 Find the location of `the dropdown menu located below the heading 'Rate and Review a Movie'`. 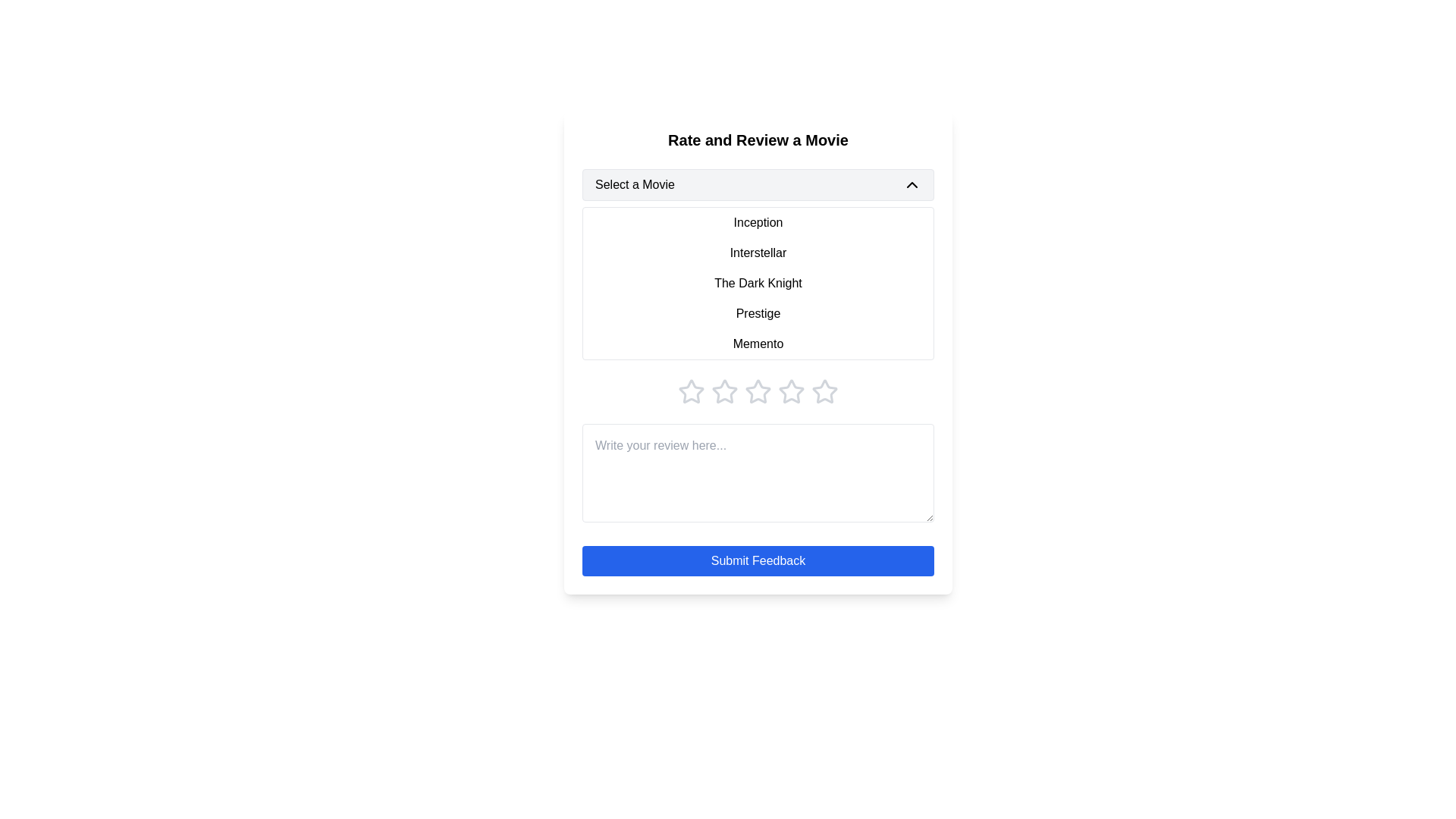

the dropdown menu located below the heading 'Rate and Review a Movie' is located at coordinates (758, 263).